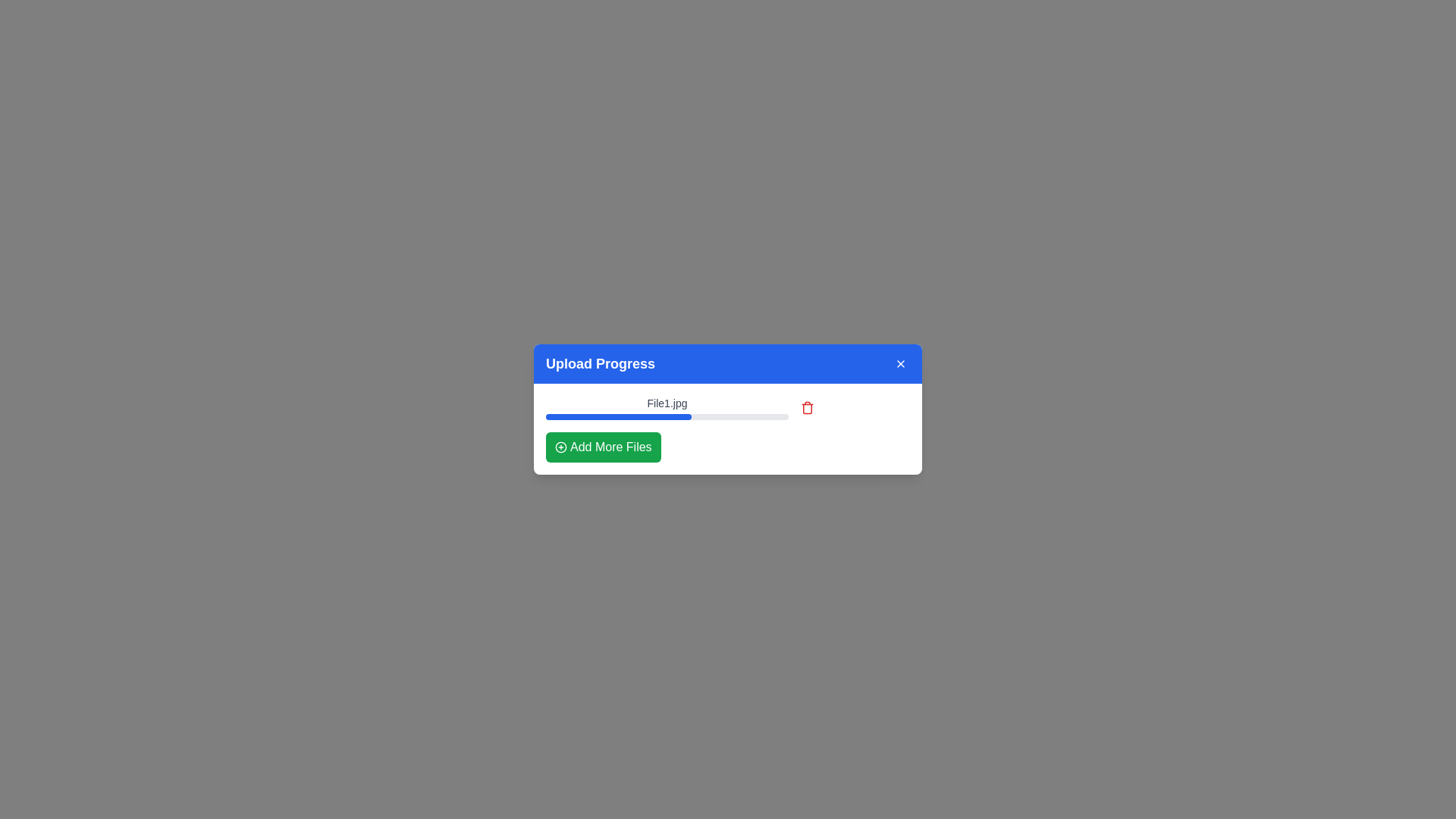 The image size is (1456, 819). Describe the element at coordinates (901, 363) in the screenshot. I see `the close button located in the top-right corner of the 'Upload Progress' section` at that location.